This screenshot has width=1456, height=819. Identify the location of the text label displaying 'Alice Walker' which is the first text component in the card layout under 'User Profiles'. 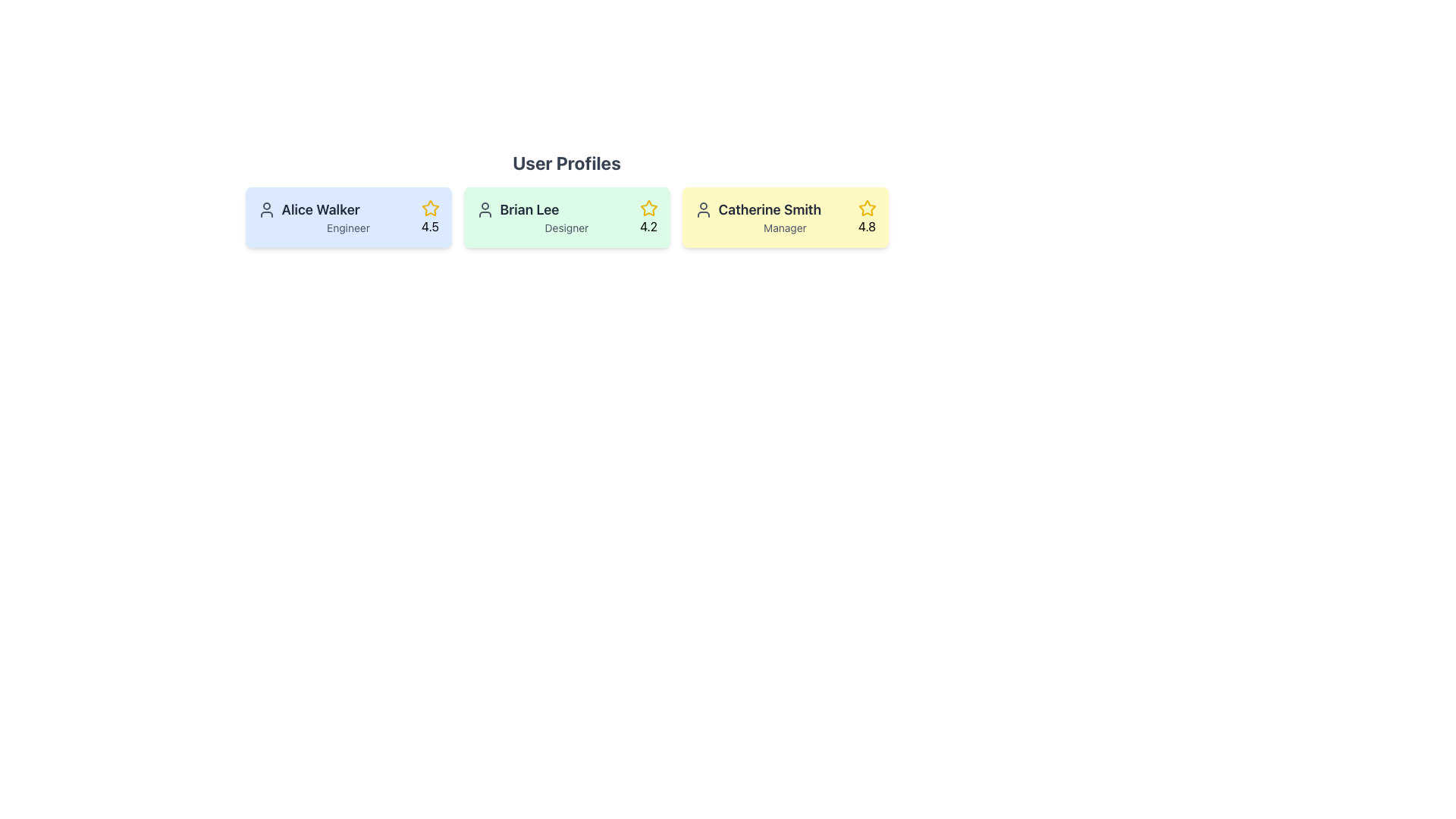
(347, 210).